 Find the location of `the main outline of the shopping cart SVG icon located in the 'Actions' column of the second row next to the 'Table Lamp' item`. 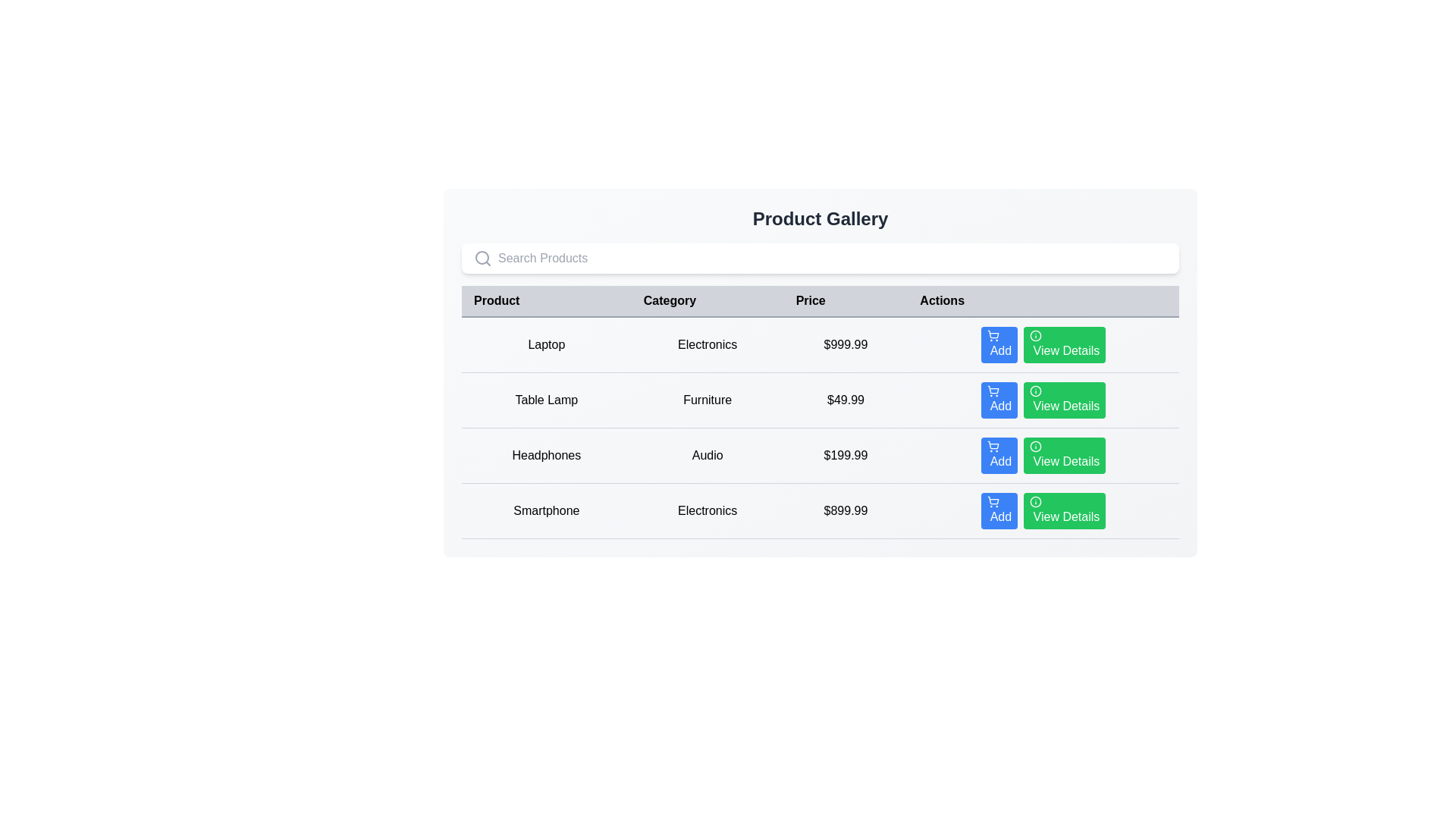

the main outline of the shopping cart SVG icon located in the 'Actions' column of the second row next to the 'Table Lamp' item is located at coordinates (993, 389).